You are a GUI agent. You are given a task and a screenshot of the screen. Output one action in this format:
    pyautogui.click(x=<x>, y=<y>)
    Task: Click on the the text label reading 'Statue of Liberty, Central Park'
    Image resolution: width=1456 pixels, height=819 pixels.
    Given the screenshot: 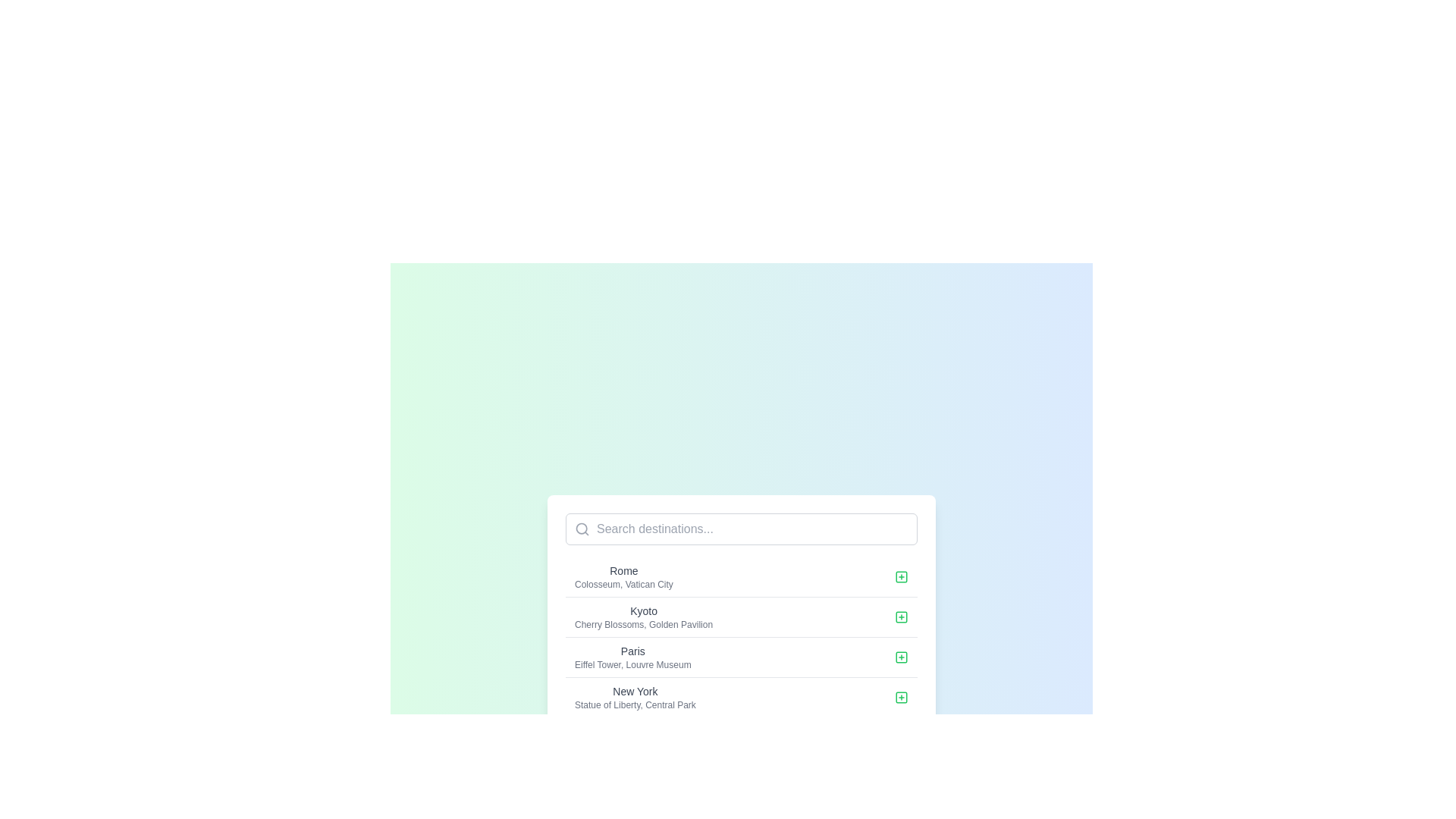 What is the action you would take?
    pyautogui.click(x=635, y=704)
    